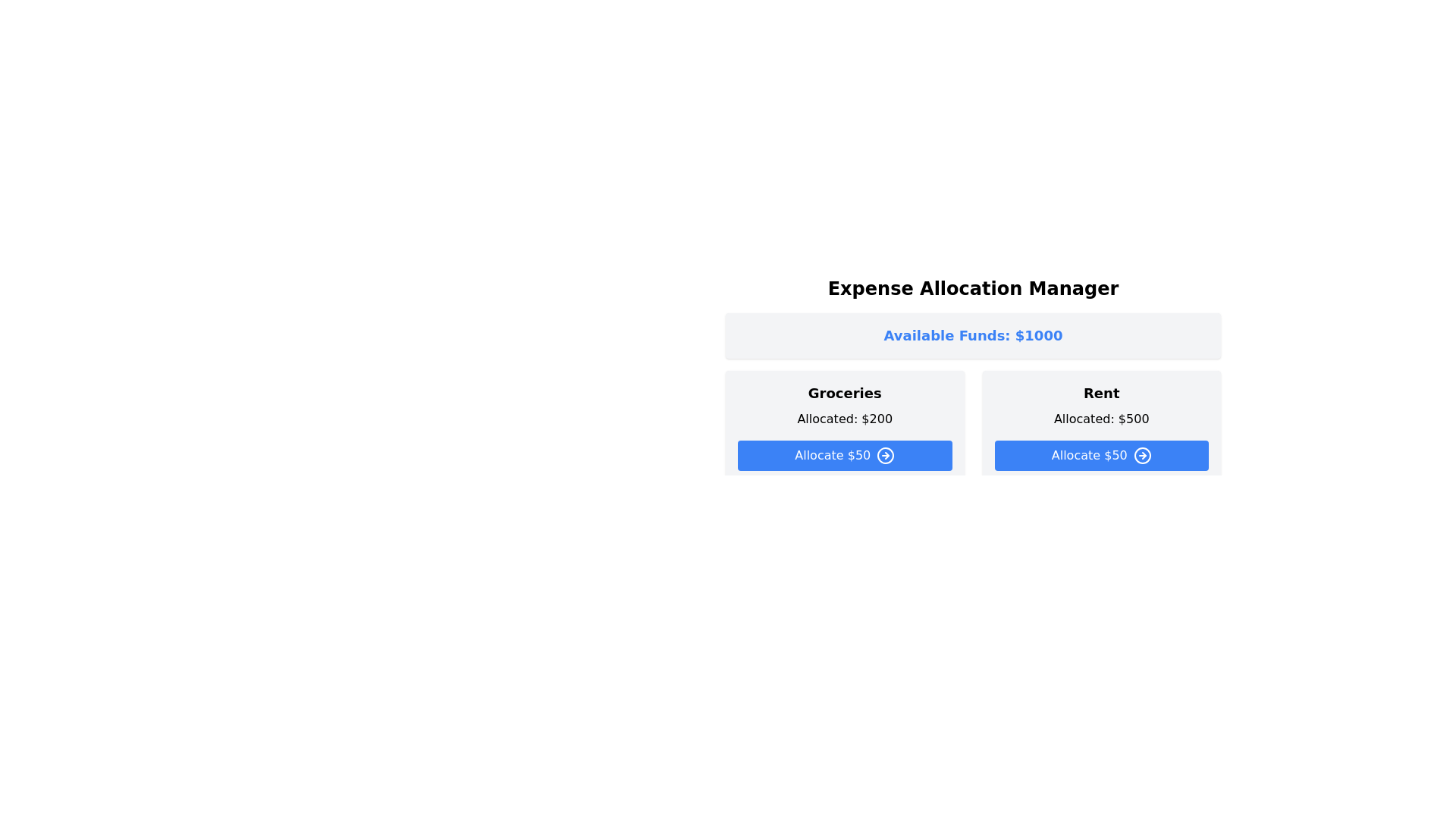 Image resolution: width=1456 pixels, height=819 pixels. I want to click on the text label that informs the user about their currently available funds, located near the top-center of the interface under the title 'Expense Allocation Manager.', so click(973, 335).